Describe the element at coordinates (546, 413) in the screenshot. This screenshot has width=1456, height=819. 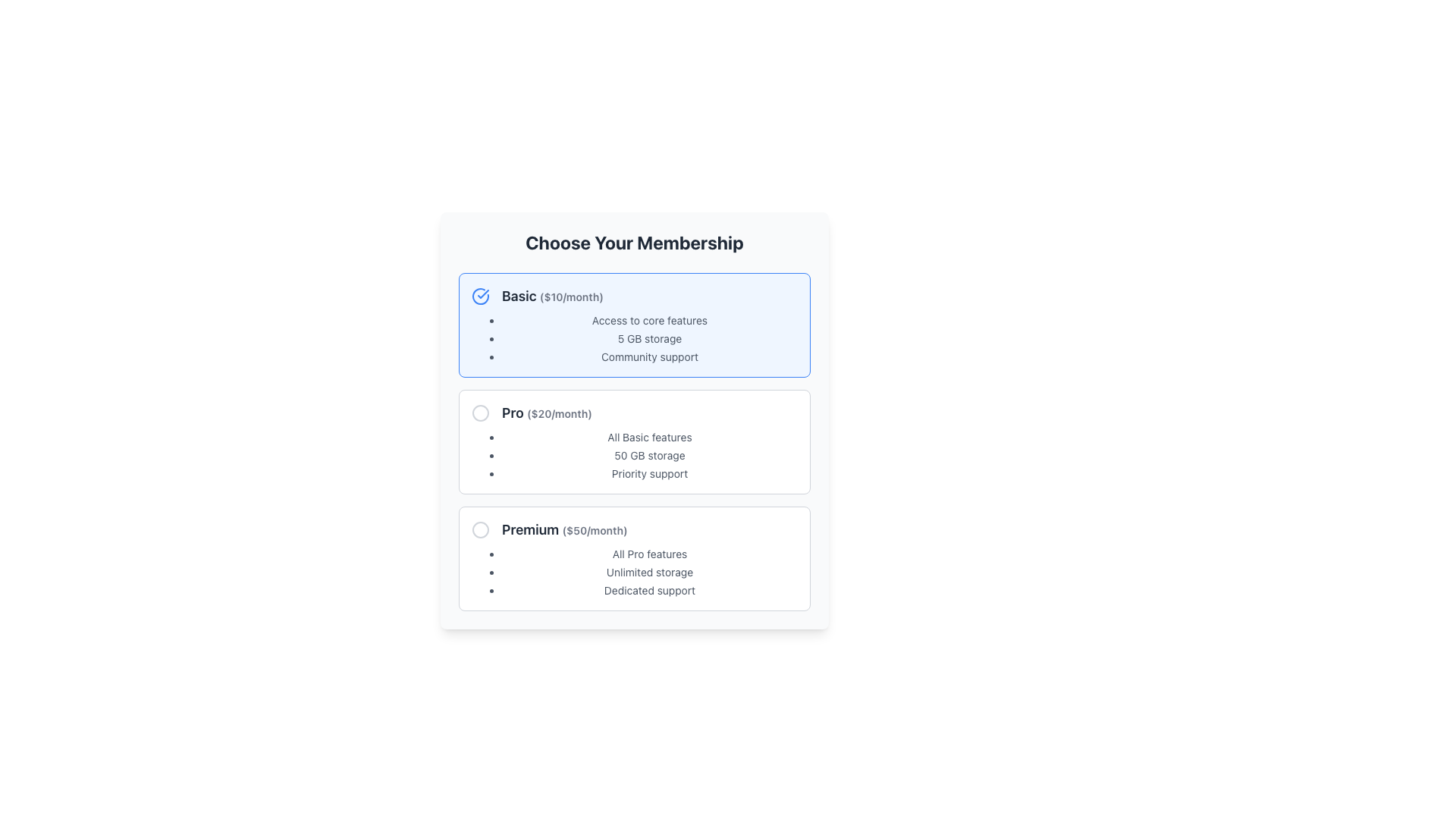
I see `the text label indicating the name and cost of the 'Pro' membership tier` at that location.